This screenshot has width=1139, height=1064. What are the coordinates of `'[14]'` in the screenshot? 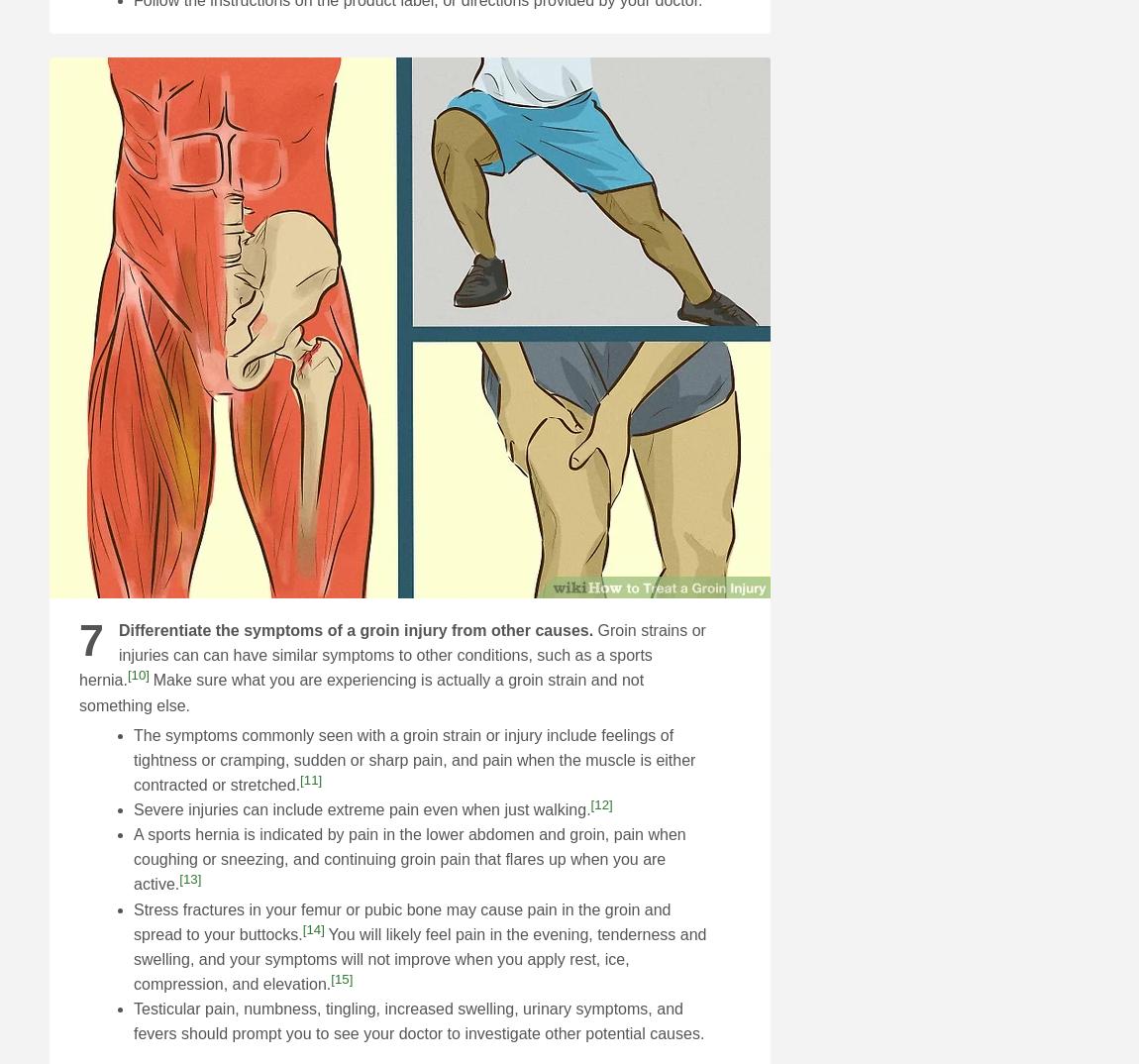 It's located at (313, 928).